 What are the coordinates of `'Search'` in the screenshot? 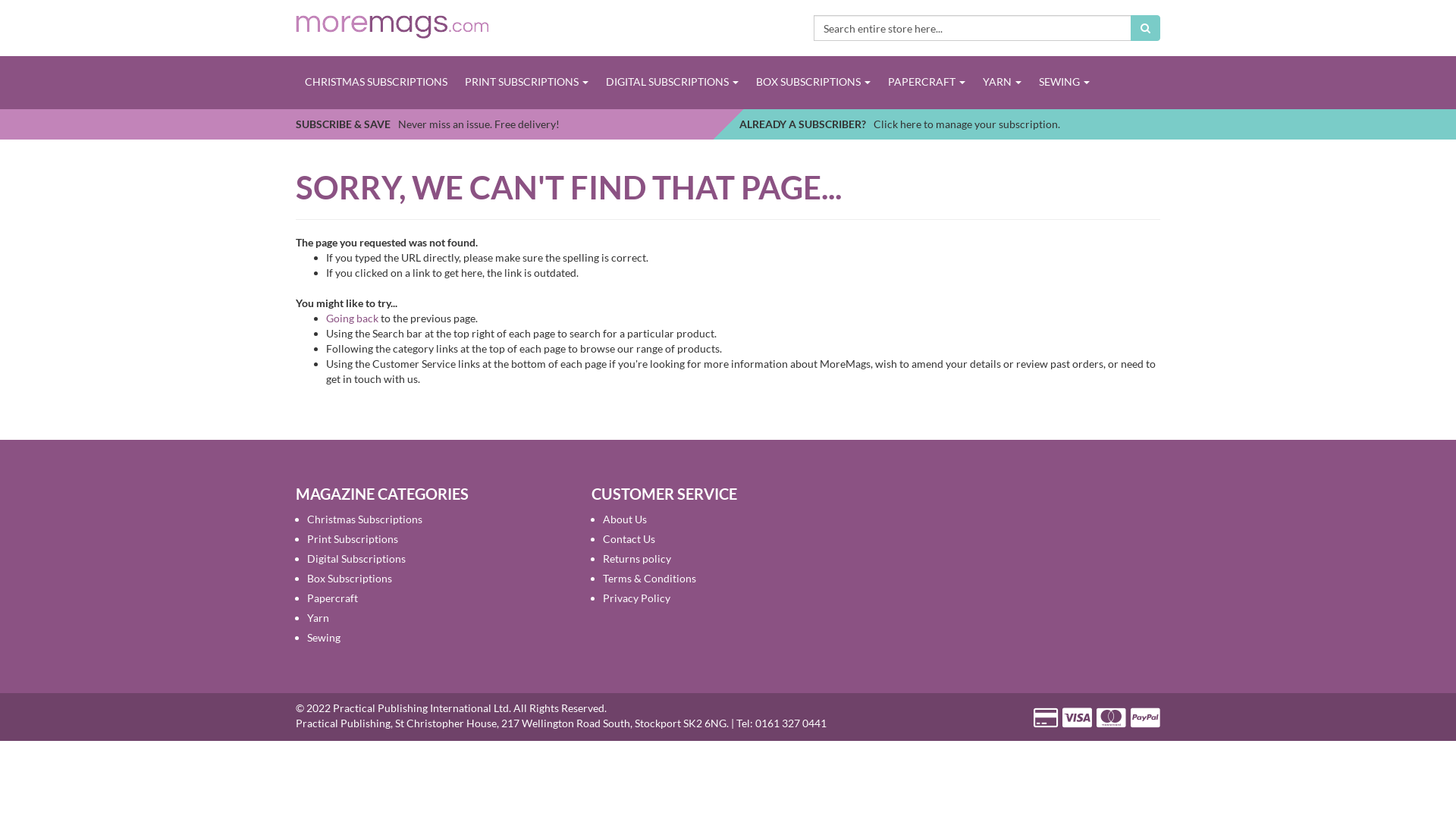 It's located at (1145, 28).